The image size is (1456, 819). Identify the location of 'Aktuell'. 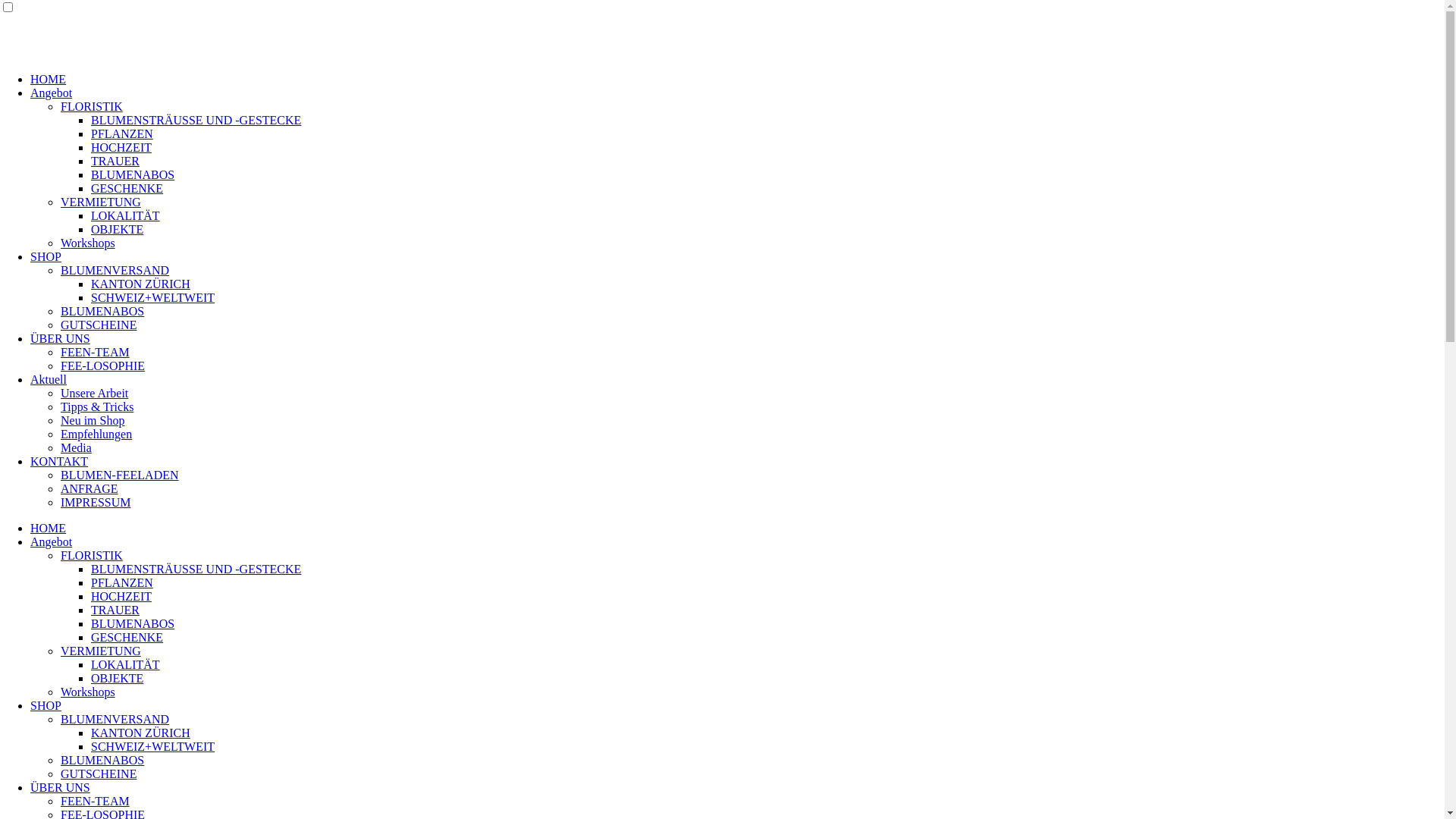
(30, 378).